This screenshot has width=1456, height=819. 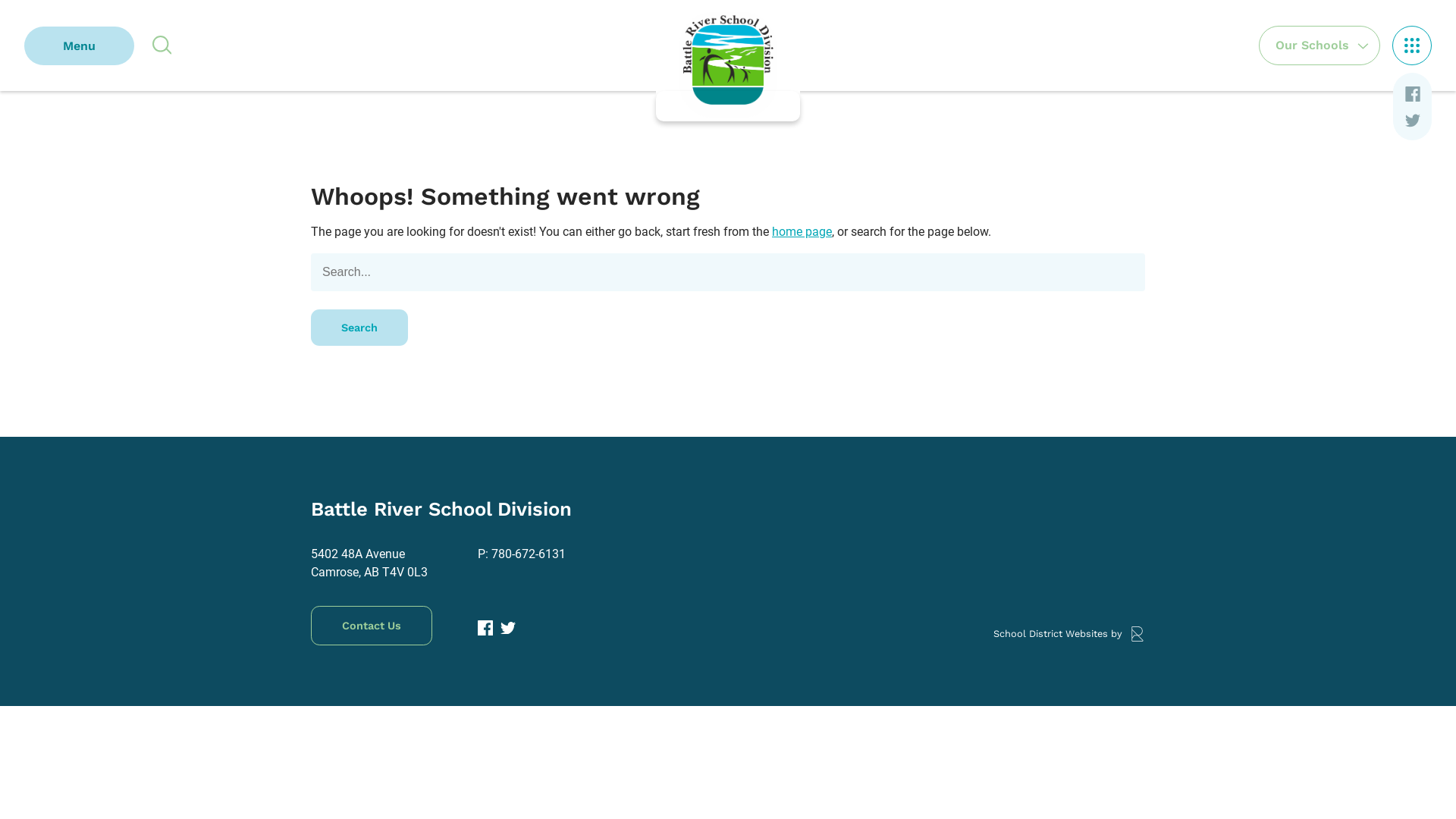 I want to click on 'Battle River School Division', so click(x=728, y=60).